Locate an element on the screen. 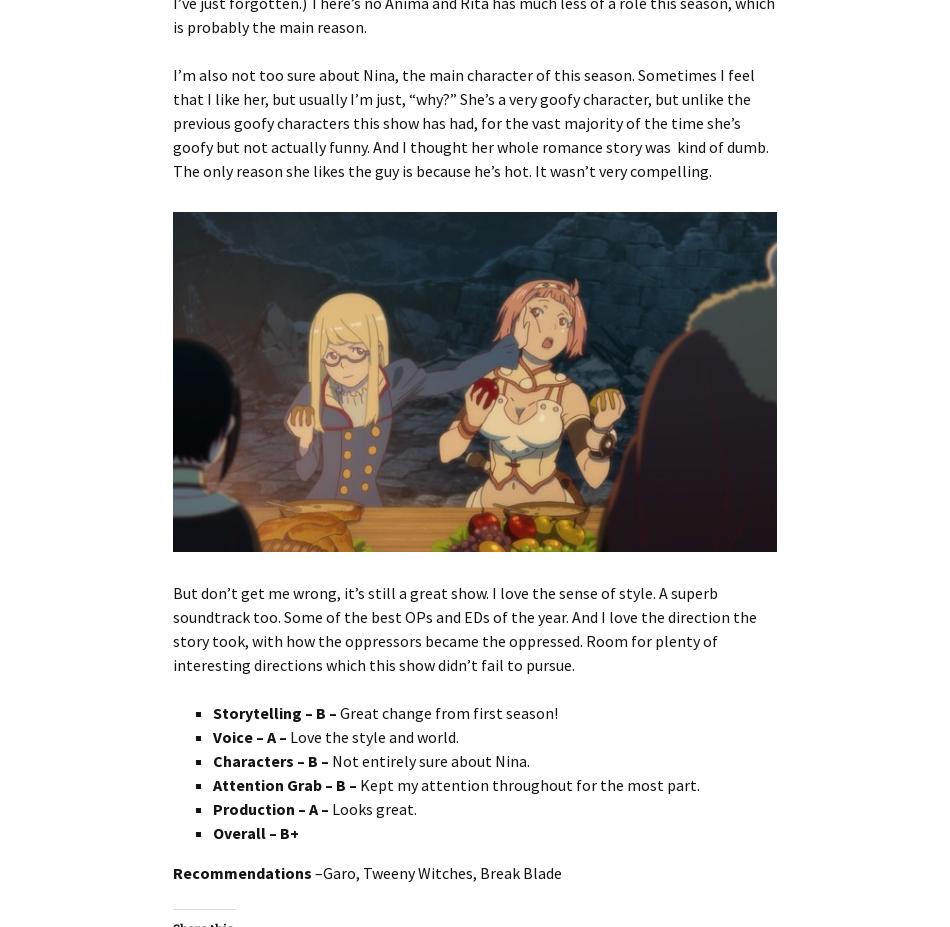 This screenshot has height=927, width=950. 'Characters – B –' is located at coordinates (271, 758).